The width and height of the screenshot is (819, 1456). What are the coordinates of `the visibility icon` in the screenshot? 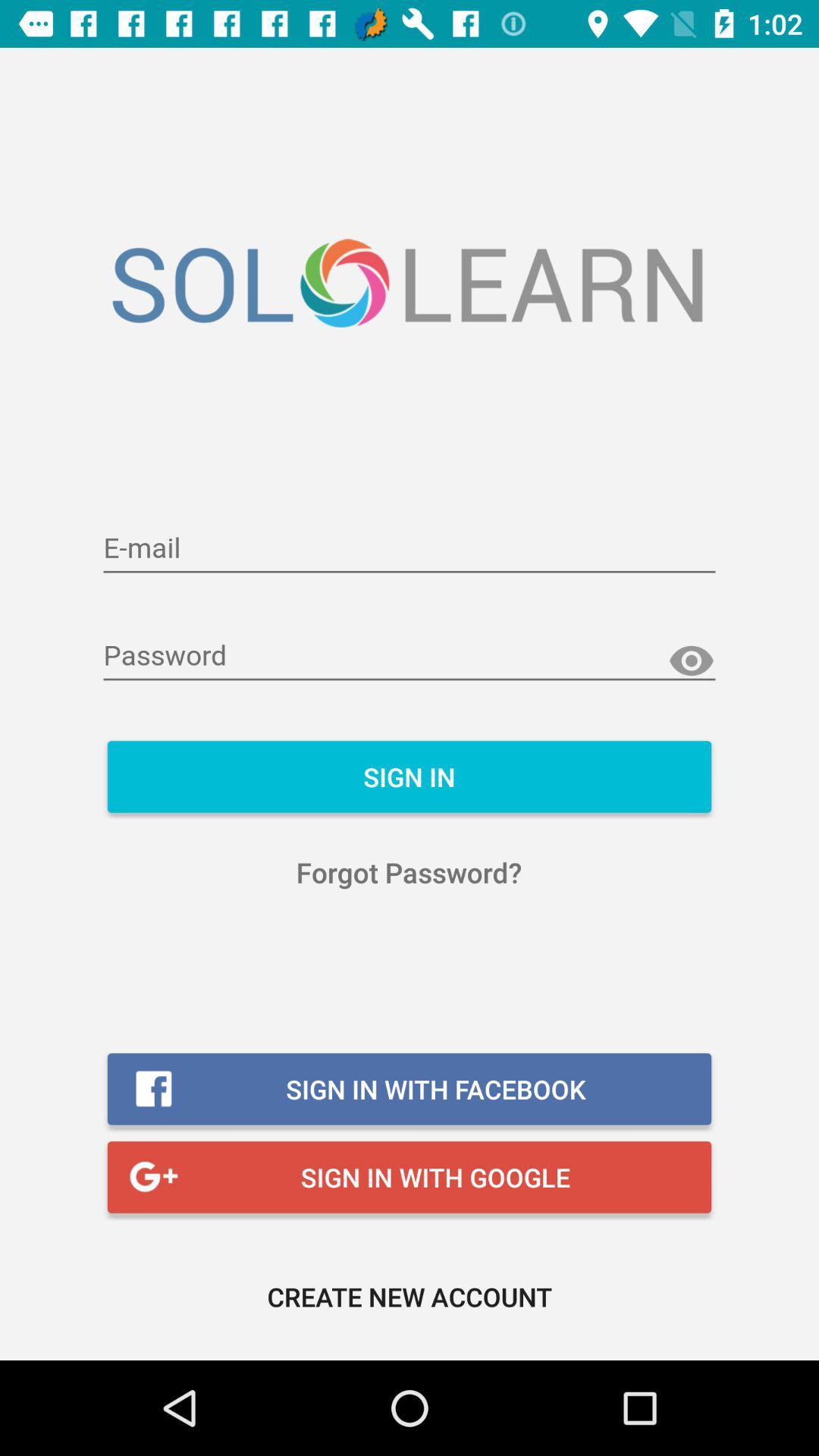 It's located at (691, 661).